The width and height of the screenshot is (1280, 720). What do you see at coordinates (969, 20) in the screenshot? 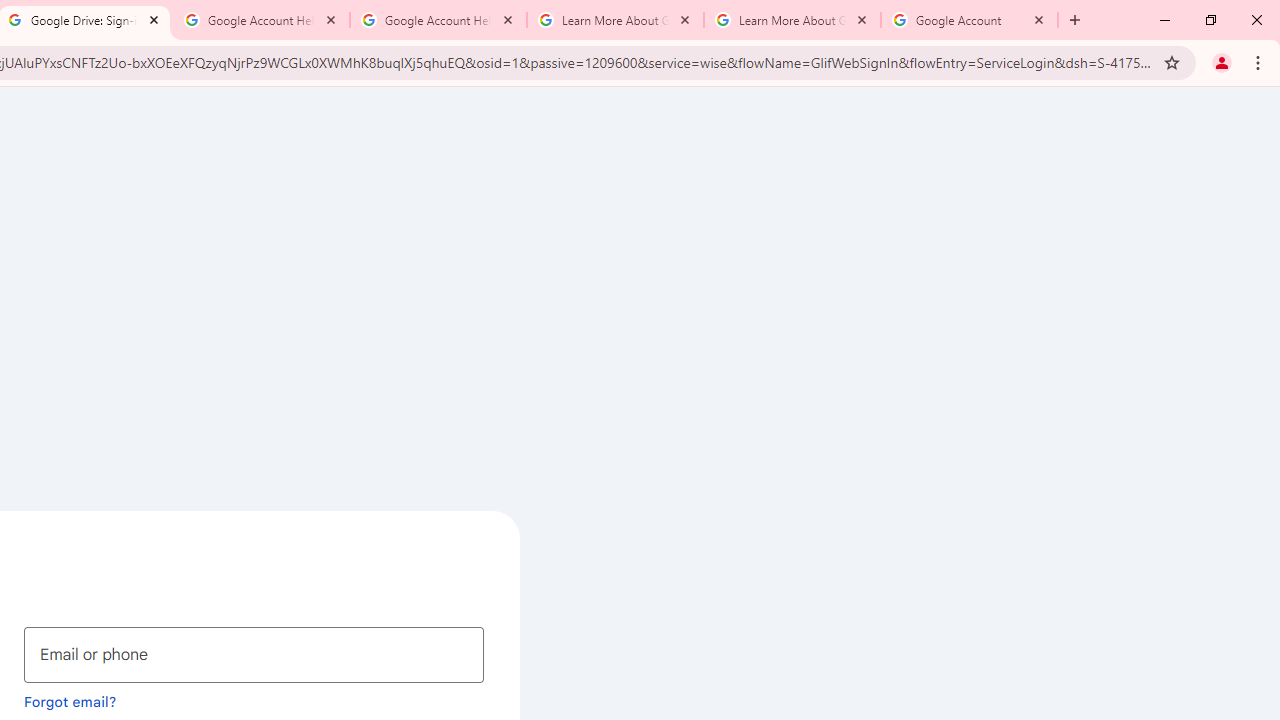
I see `'Google Account'` at bounding box center [969, 20].